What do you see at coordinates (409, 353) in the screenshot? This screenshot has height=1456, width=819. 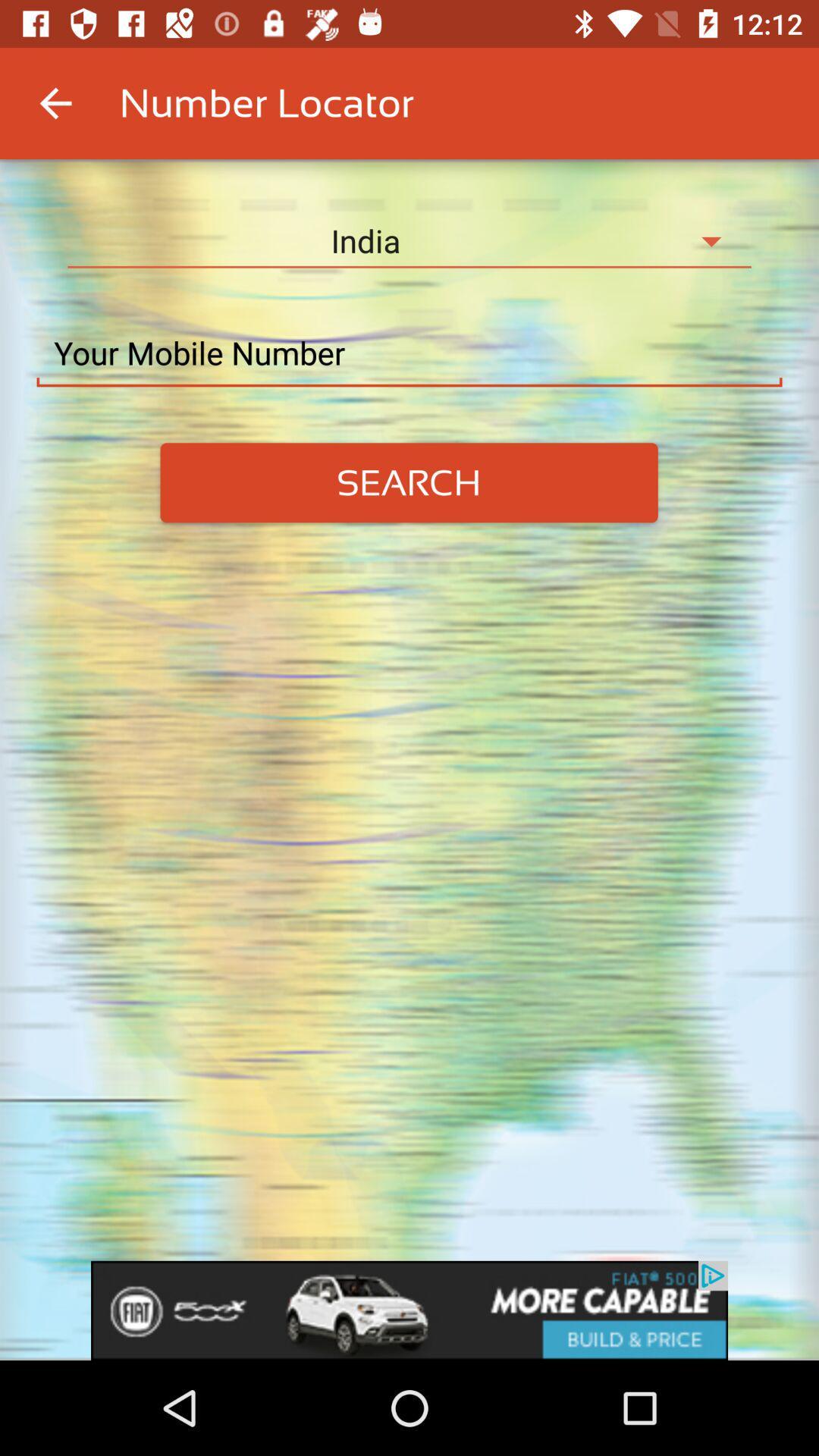 I see `type mobile number` at bounding box center [409, 353].